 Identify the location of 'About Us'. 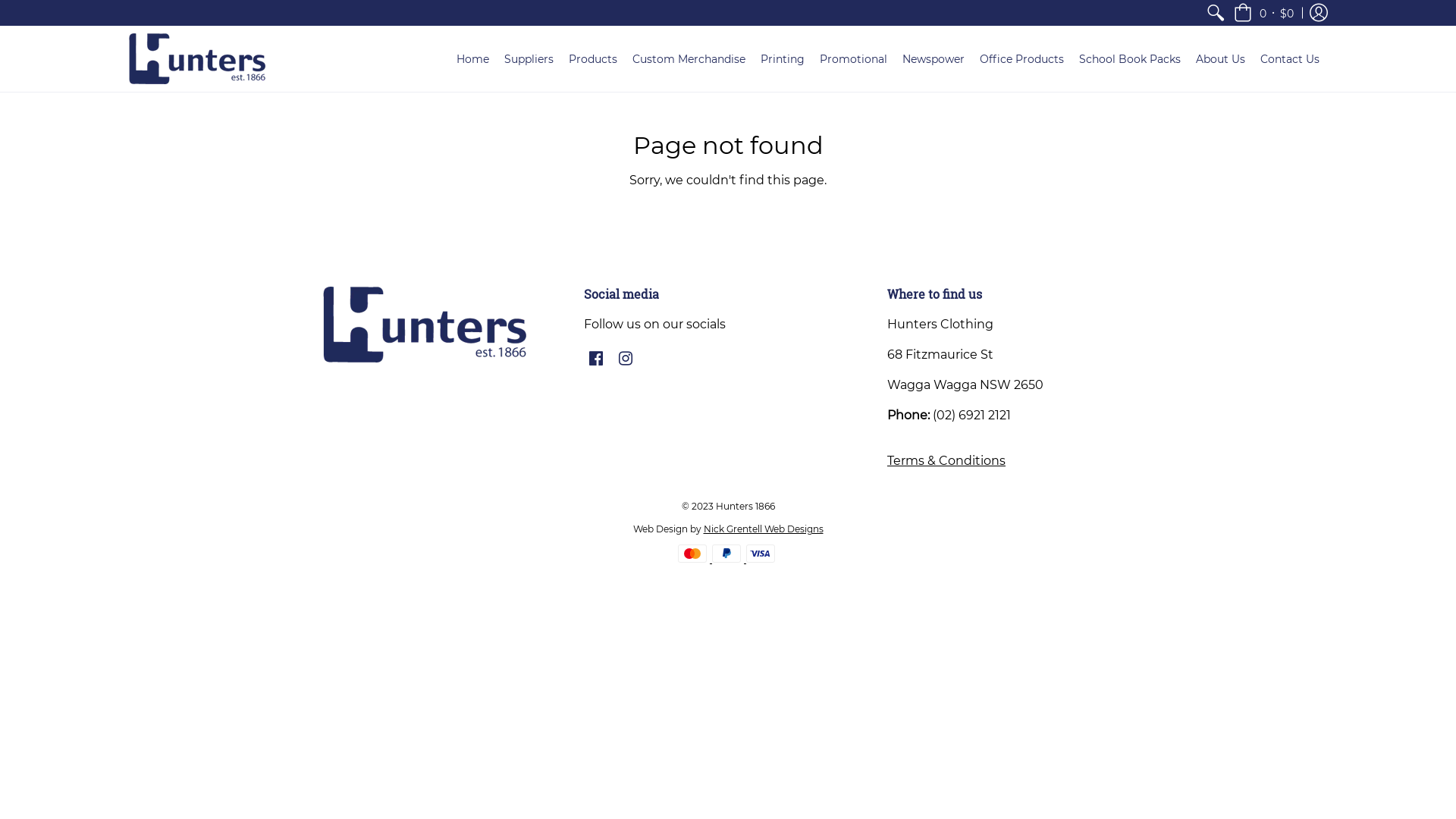
(1187, 58).